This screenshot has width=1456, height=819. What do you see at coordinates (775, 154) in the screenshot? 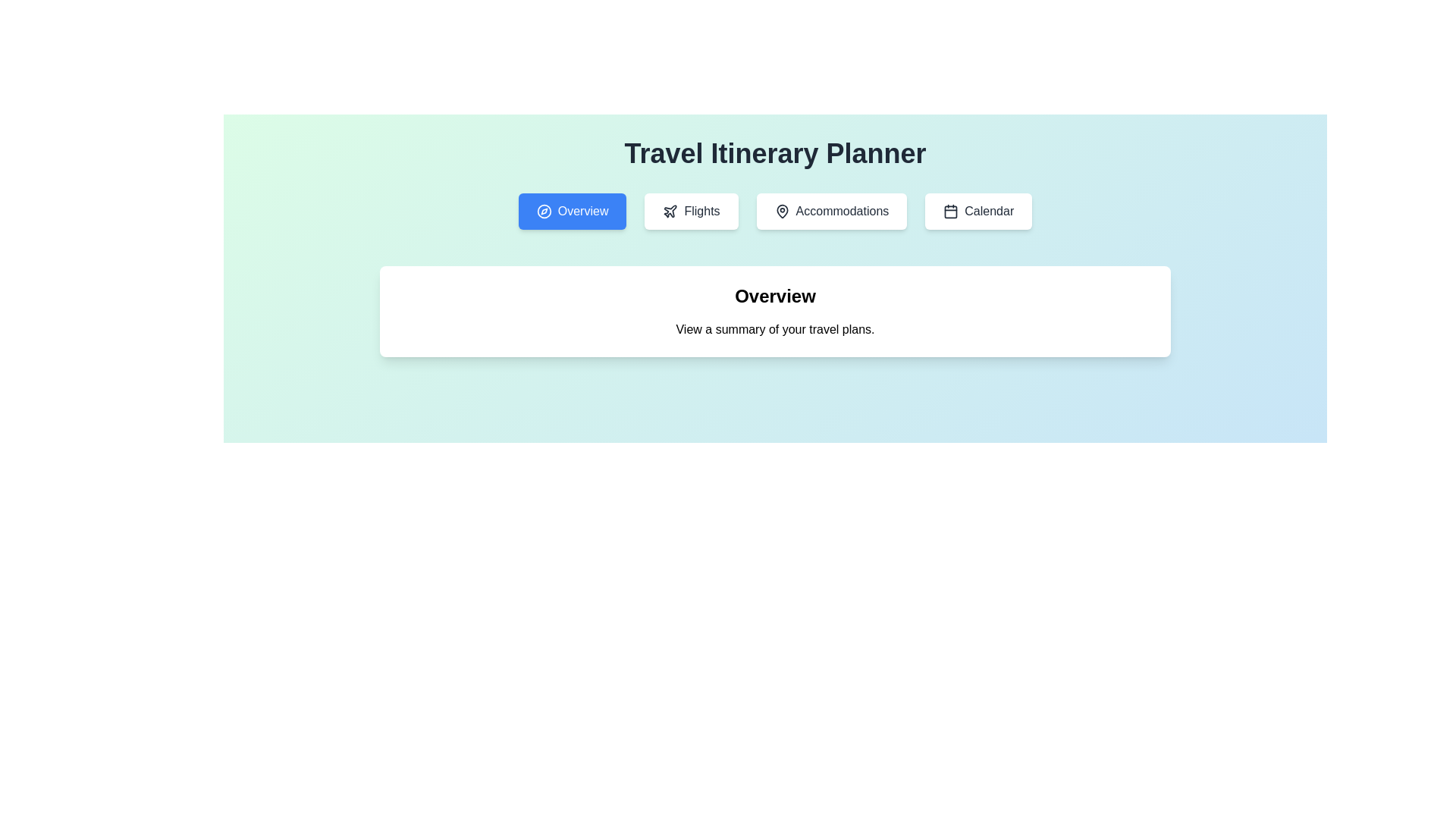
I see `the text label 'Travel Itinerary Planner' which is styled in bold, large dark gray letters and is centered at the top of the interface` at bounding box center [775, 154].